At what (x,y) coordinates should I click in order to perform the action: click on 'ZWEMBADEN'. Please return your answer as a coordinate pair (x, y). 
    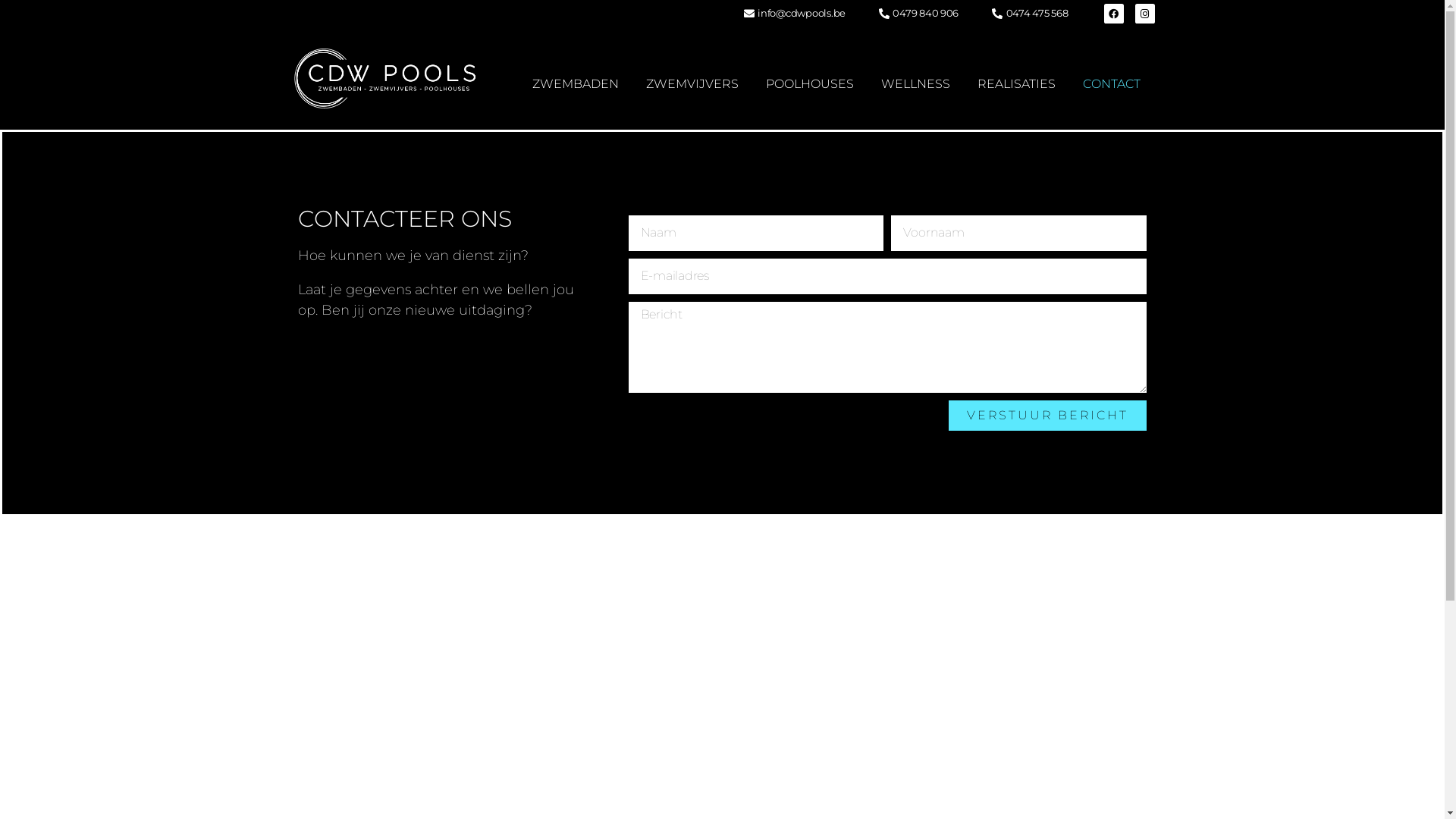
    Looking at the image, I should click on (574, 84).